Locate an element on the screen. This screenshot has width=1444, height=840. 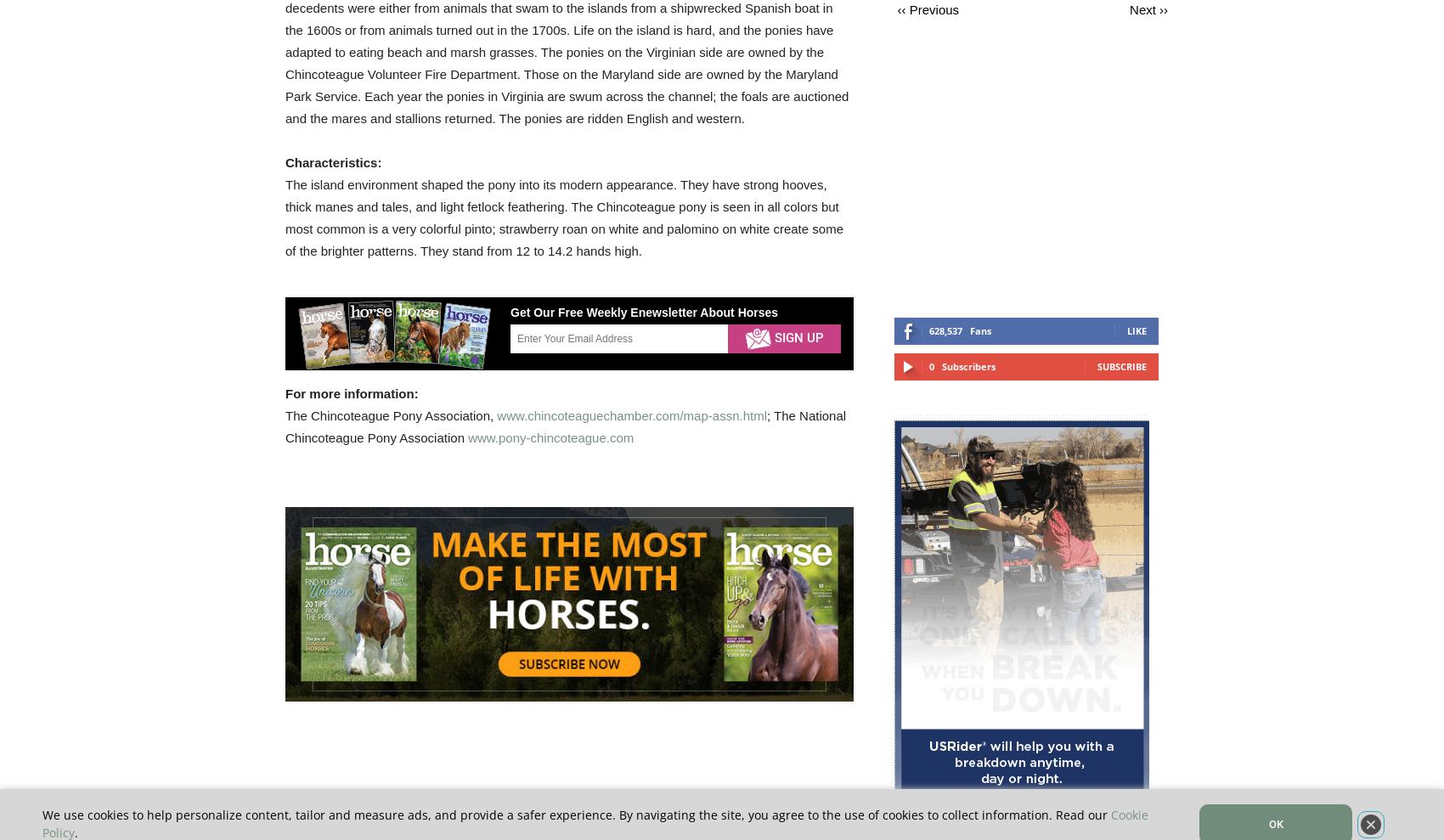
'Get Our Free Weekly Enewsletter About Horses' is located at coordinates (643, 311).